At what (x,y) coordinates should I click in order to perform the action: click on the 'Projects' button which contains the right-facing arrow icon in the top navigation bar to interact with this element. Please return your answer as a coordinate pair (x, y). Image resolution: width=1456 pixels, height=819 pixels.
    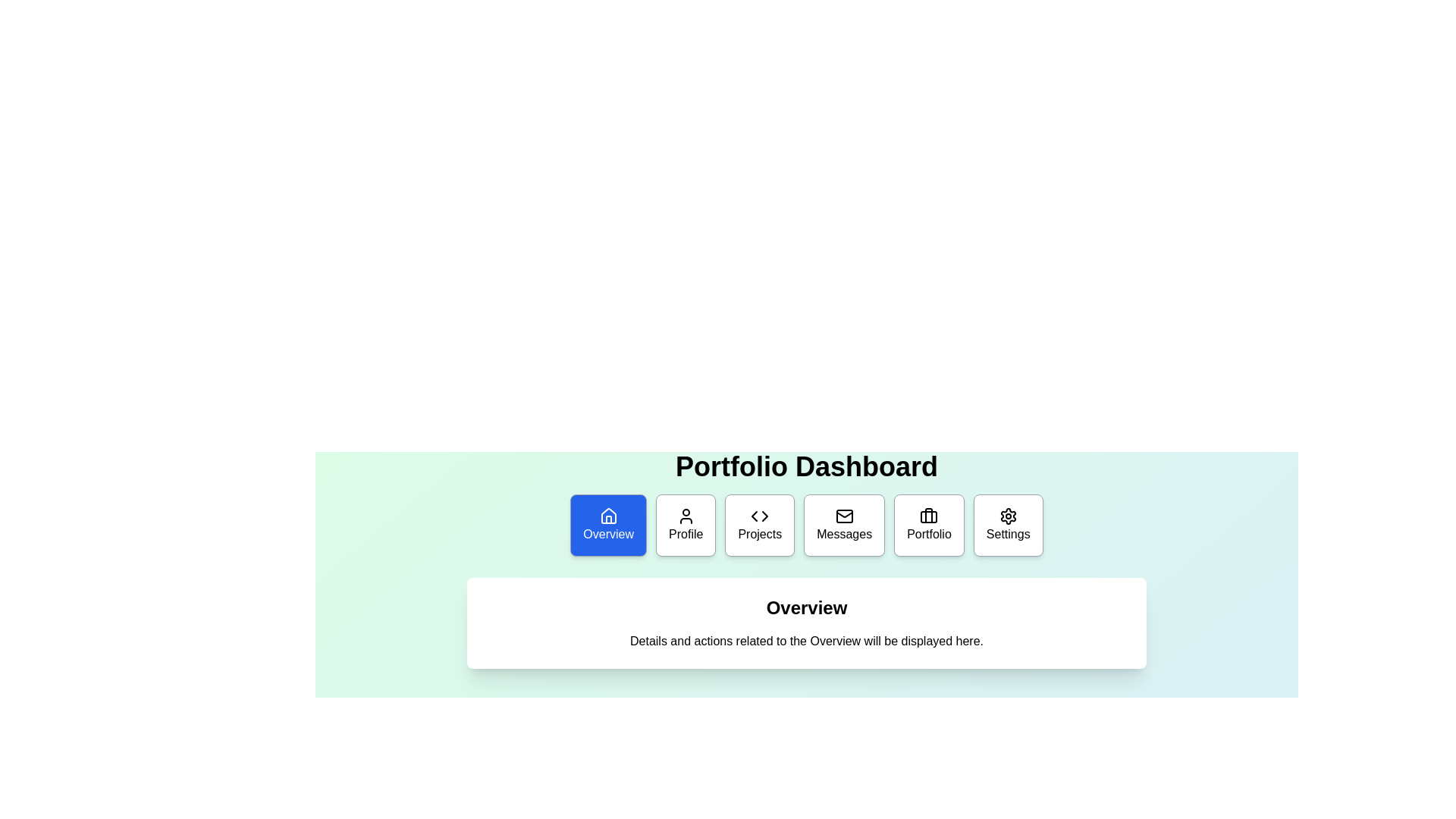
    Looking at the image, I should click on (765, 516).